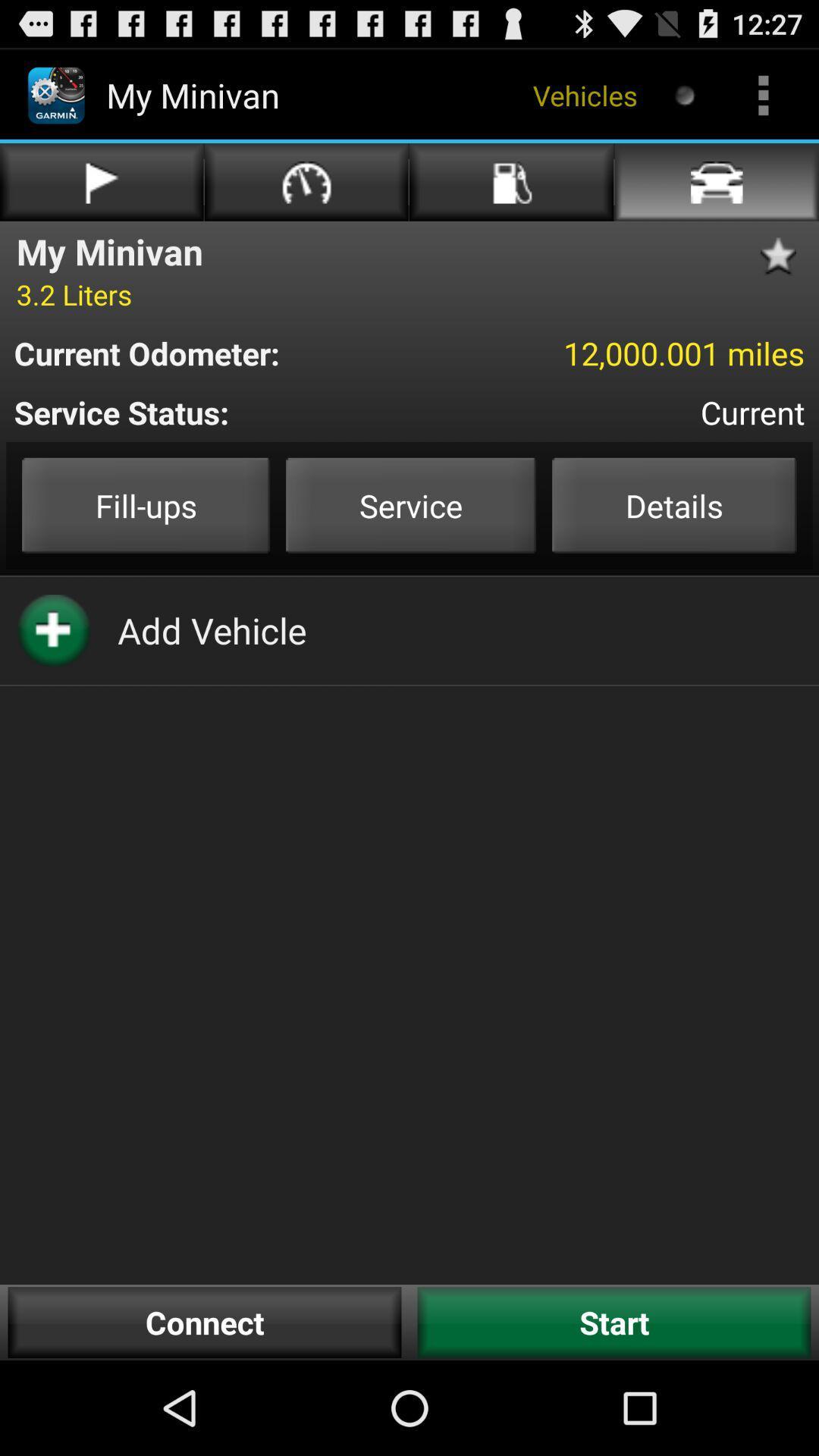 This screenshot has height=1456, width=819. Describe the element at coordinates (212, 630) in the screenshot. I see `the item below the fill-ups` at that location.